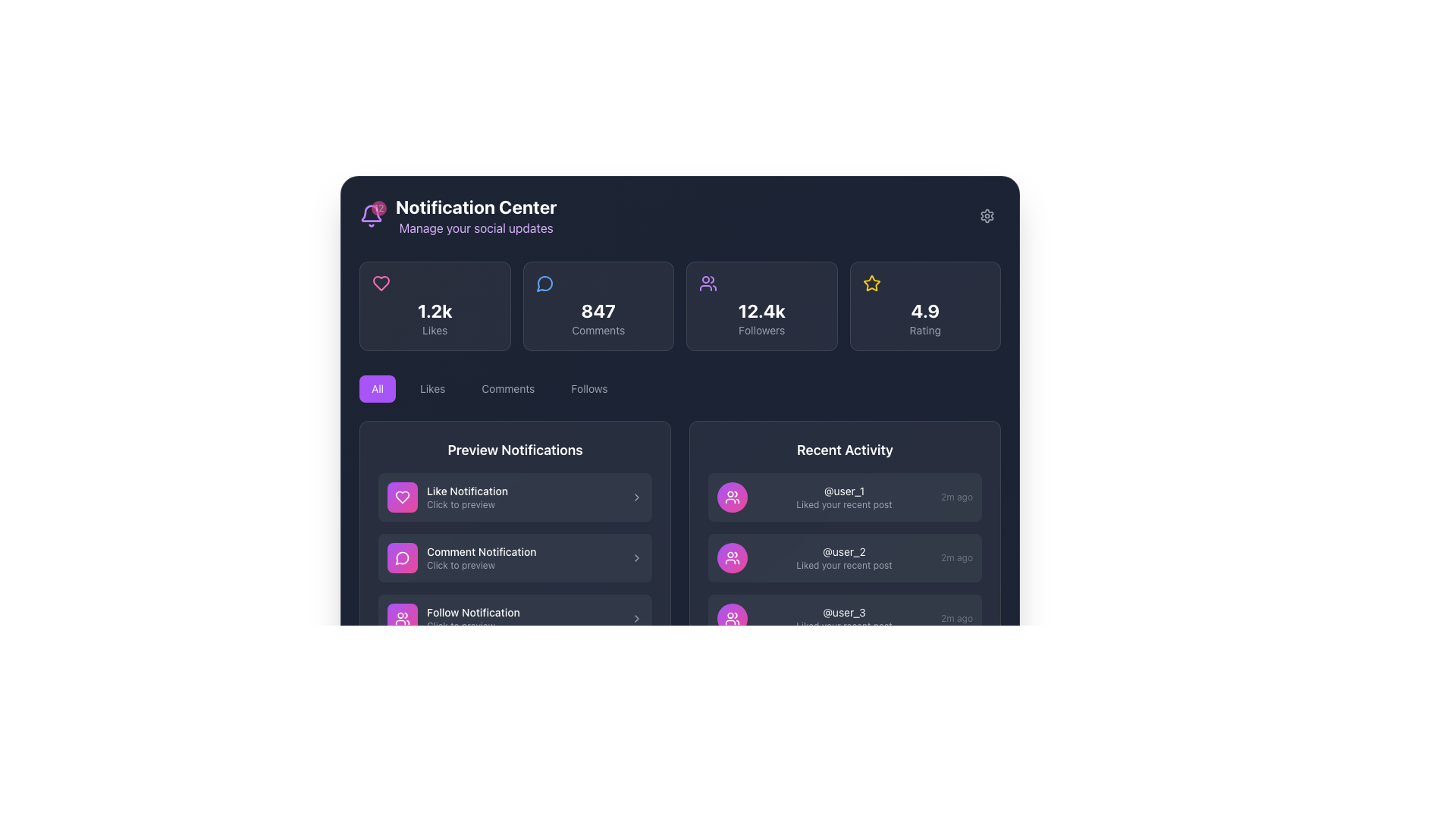 The image size is (1456, 819). Describe the element at coordinates (403, 558) in the screenshot. I see `the comment-related notification icon button located on the left side of the second item in the 'Preview Notifications' list` at that location.